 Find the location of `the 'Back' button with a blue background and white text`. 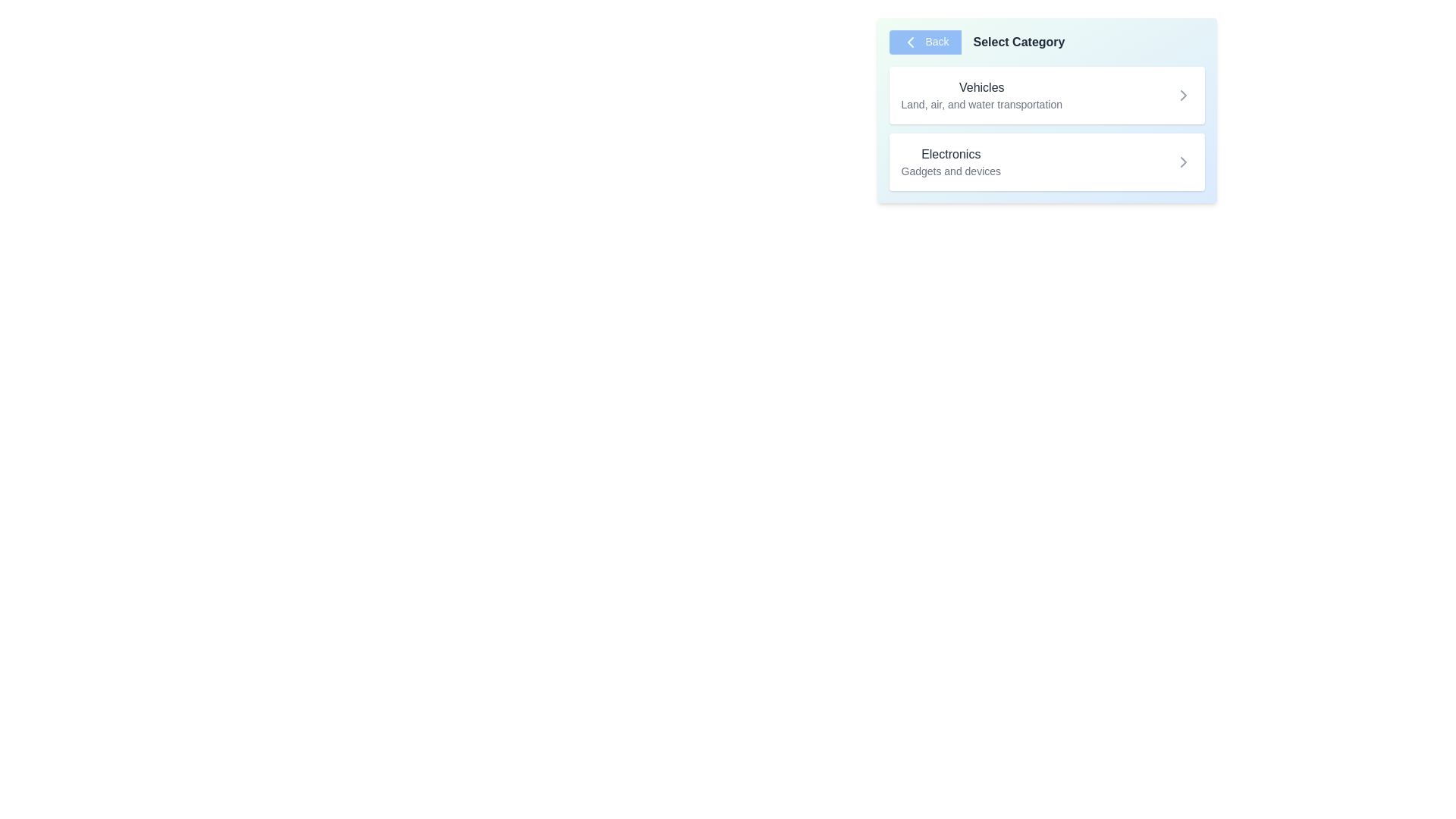

the 'Back' button with a blue background and white text is located at coordinates (924, 42).